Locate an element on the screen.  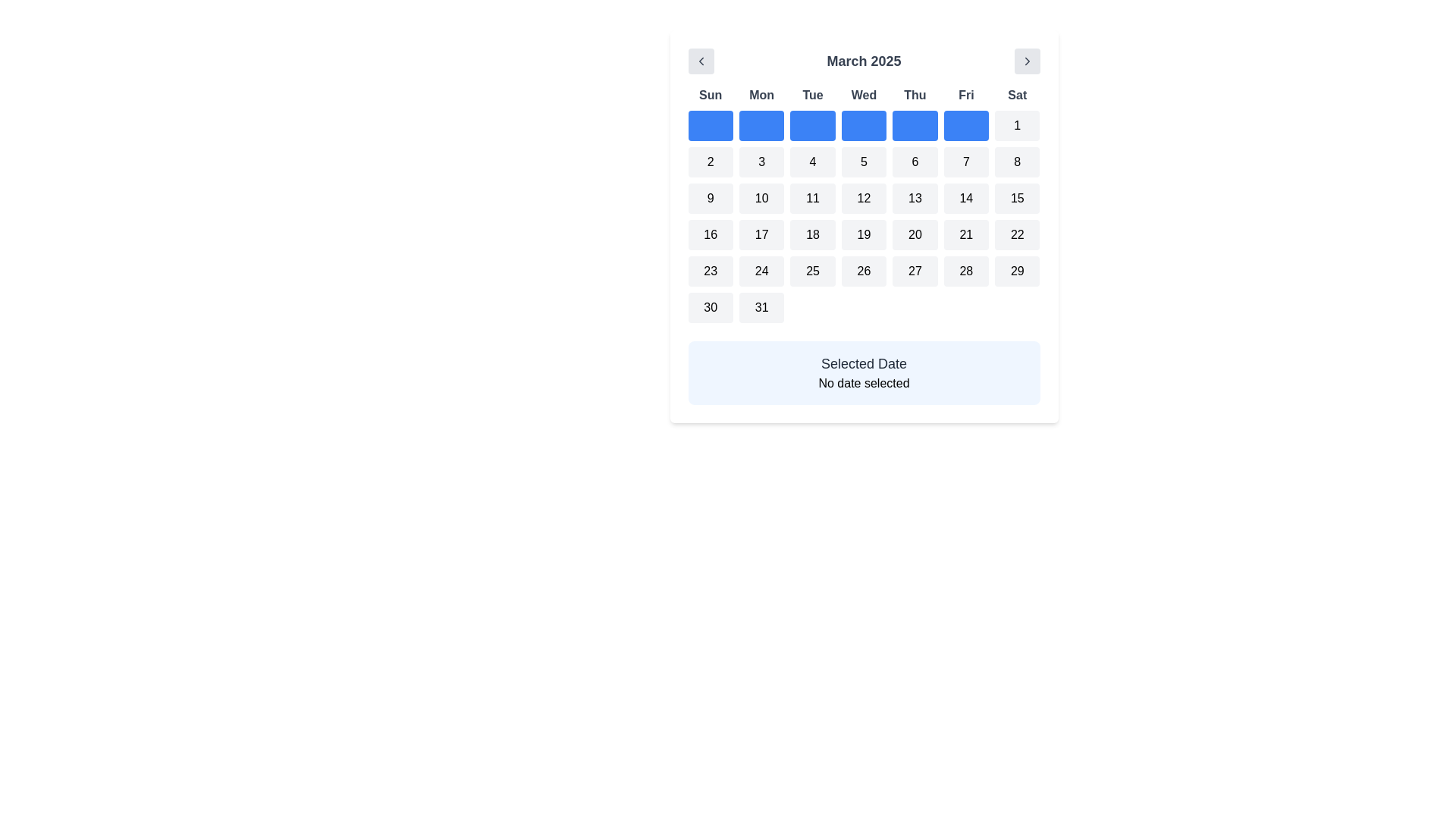
the button in the third column of the second row of the calendar grid is located at coordinates (812, 162).